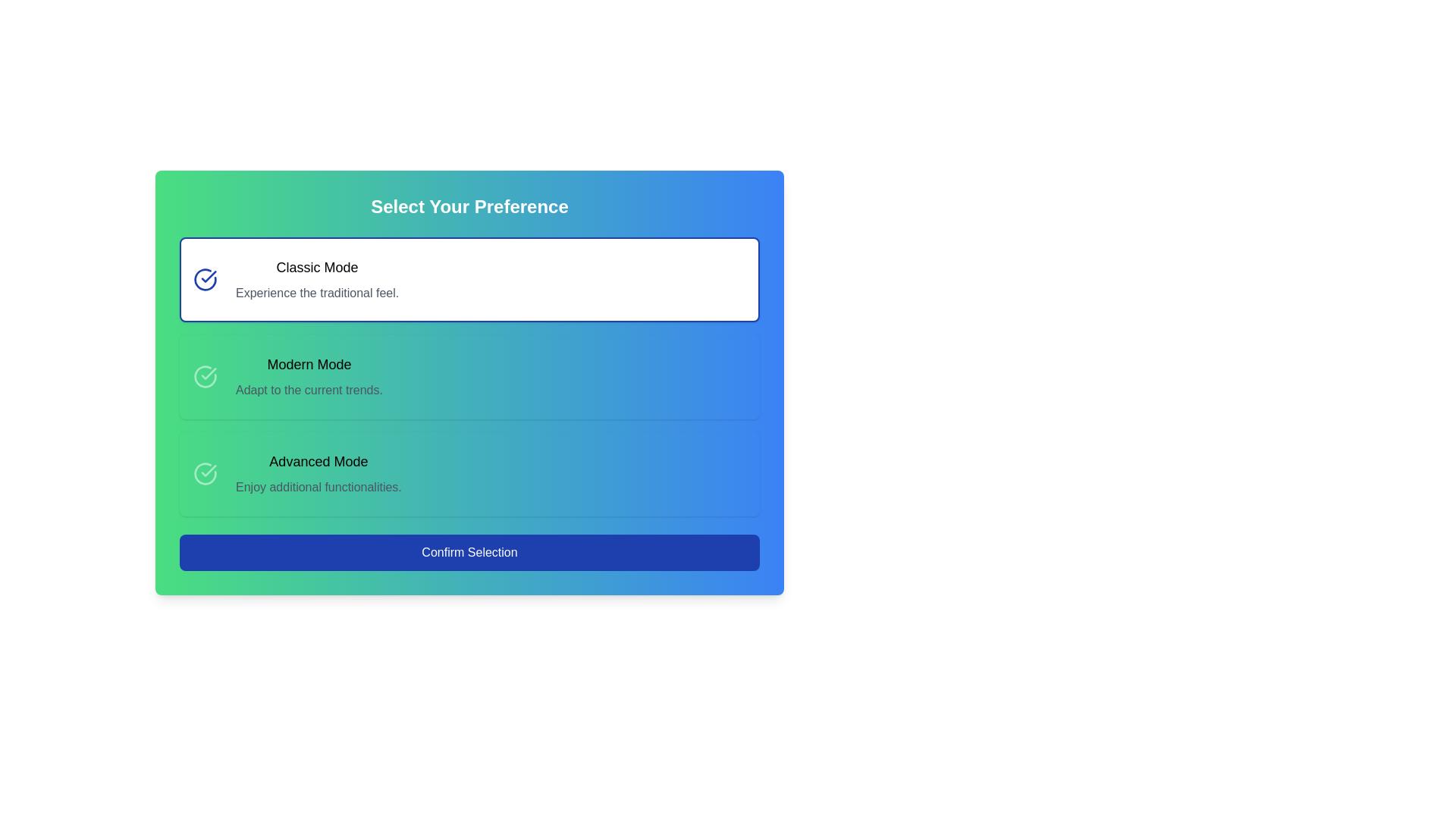  What do you see at coordinates (318, 461) in the screenshot?
I see `the 'Advanced Mode' text label which introduces a subsection and is located below the 'Modern Mode' section and above the 'Confirm Selection' button` at bounding box center [318, 461].